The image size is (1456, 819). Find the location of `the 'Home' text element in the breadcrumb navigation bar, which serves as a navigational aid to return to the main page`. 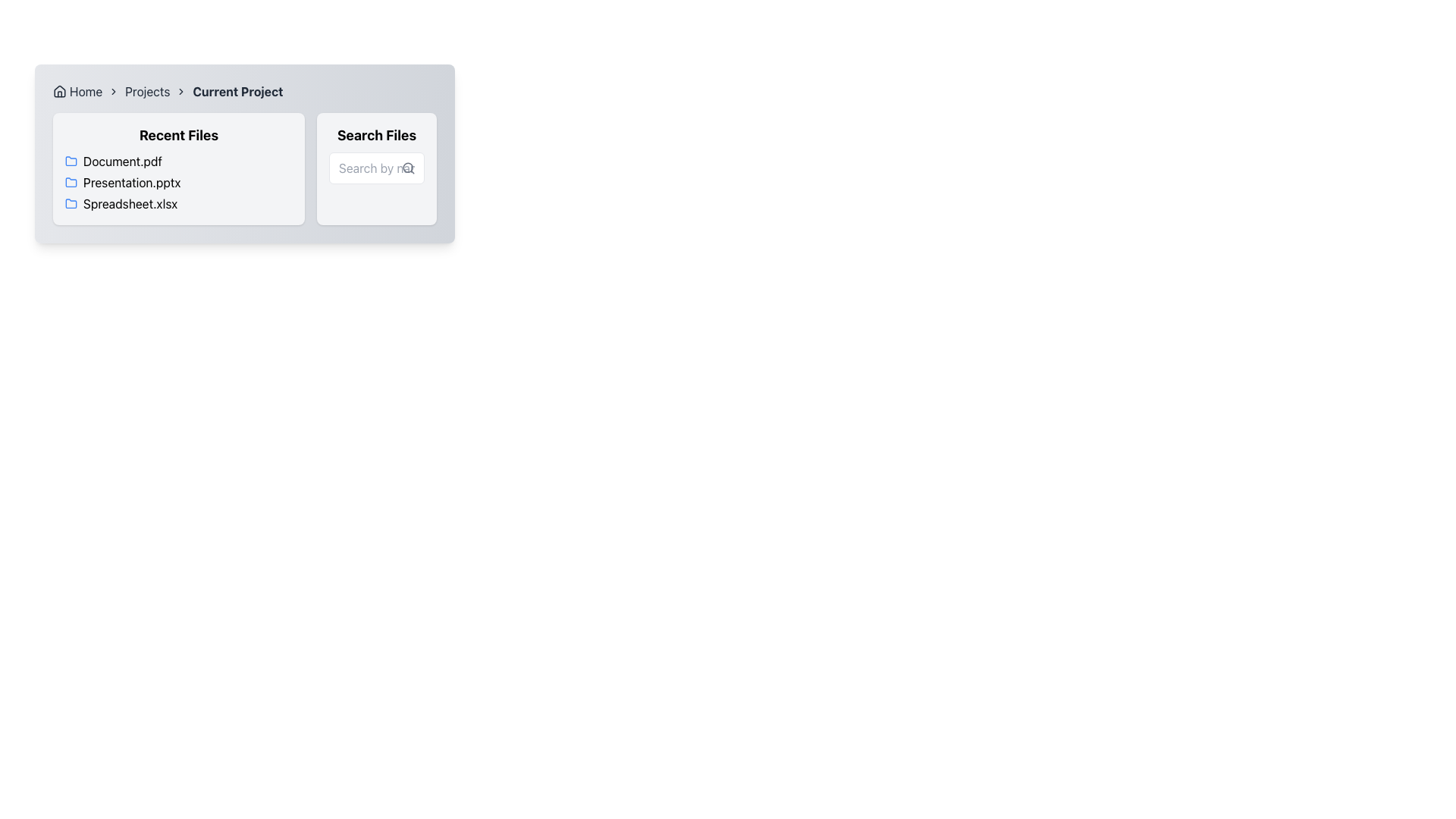

the 'Home' text element in the breadcrumb navigation bar, which serves as a navigational aid to return to the main page is located at coordinates (85, 91).